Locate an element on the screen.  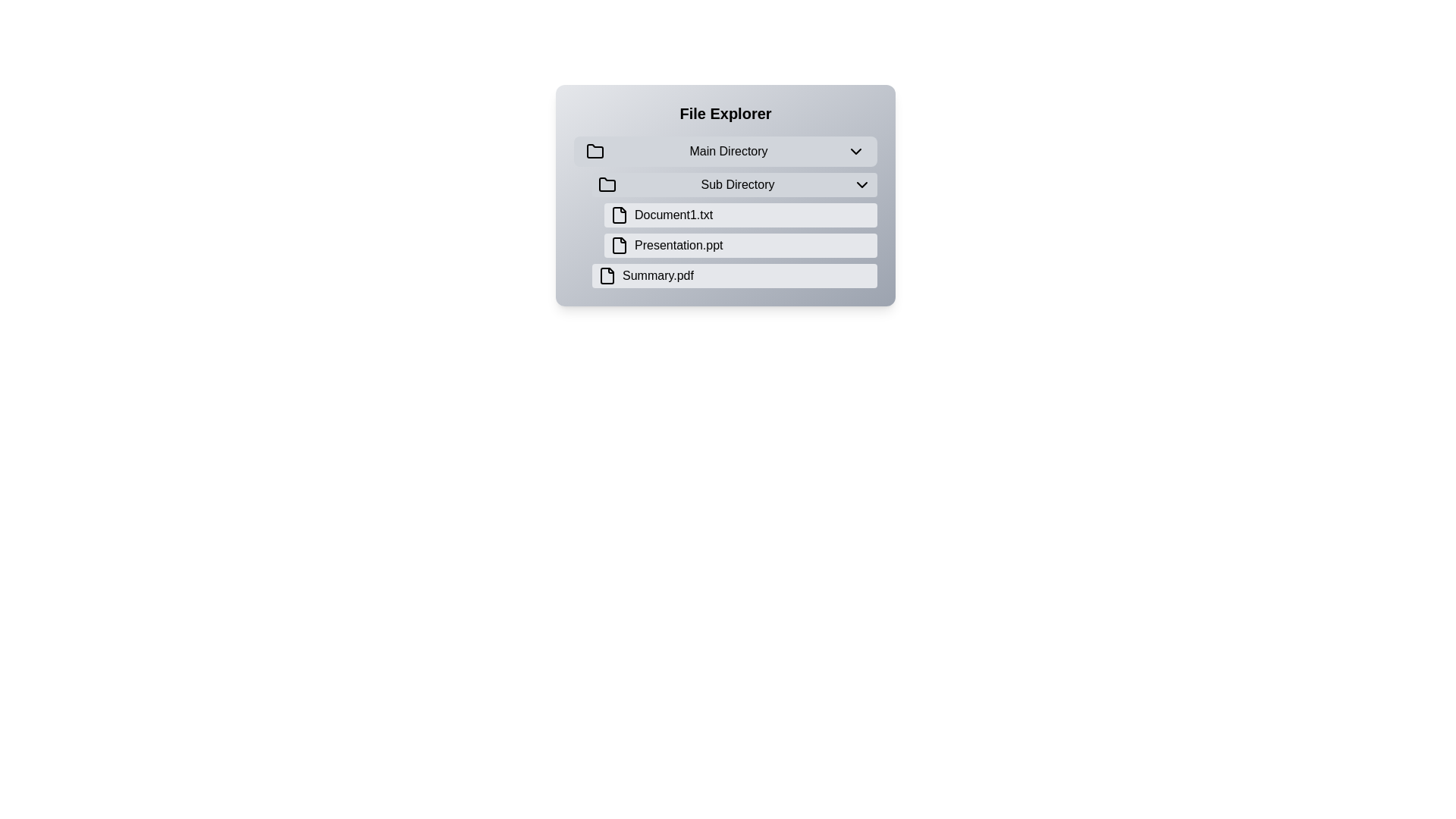
the file icon representing 'Presentation.ppt' is located at coordinates (619, 245).